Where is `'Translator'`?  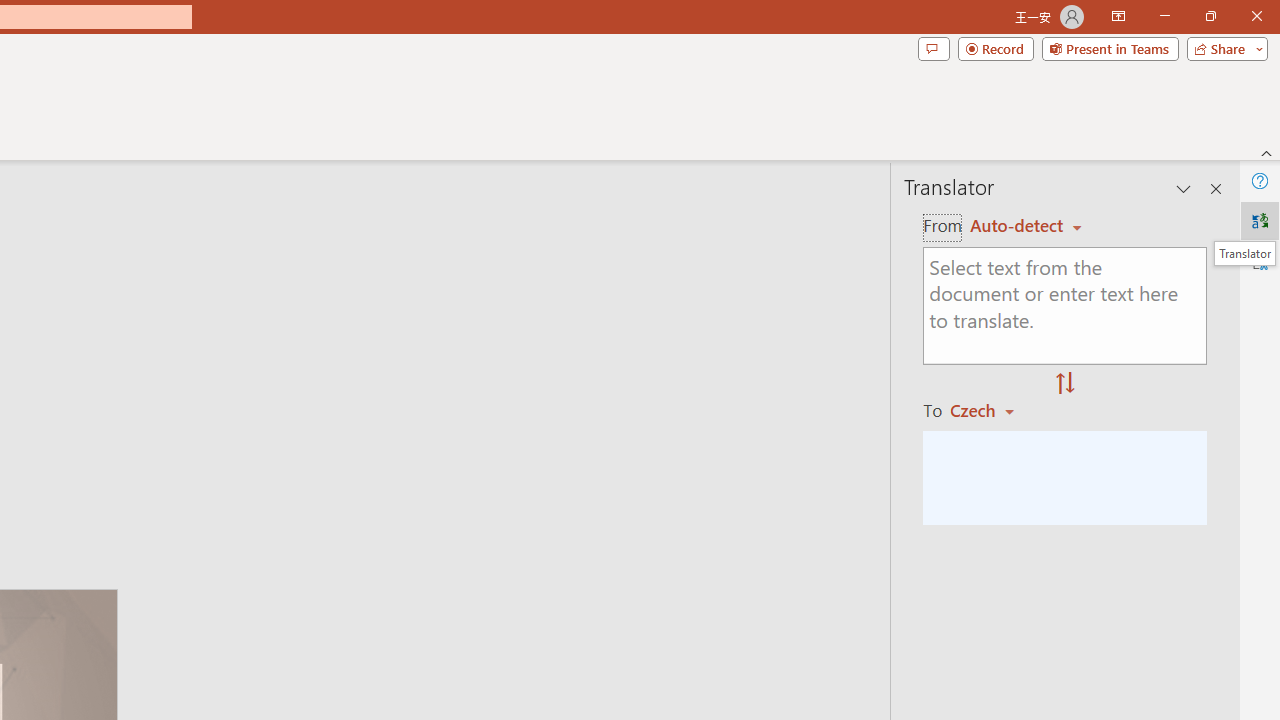 'Translator' is located at coordinates (1259, 221).